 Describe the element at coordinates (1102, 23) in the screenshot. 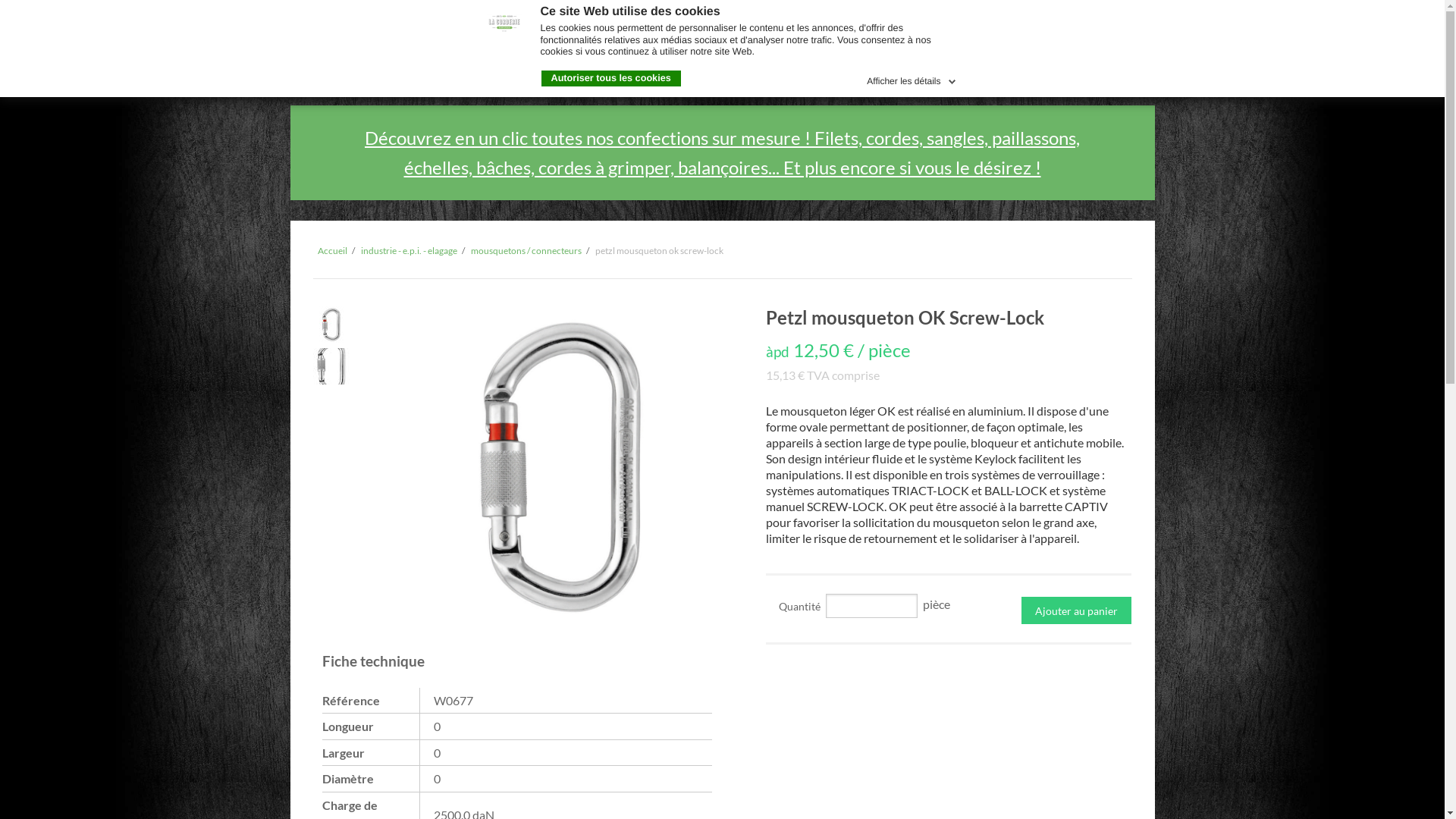

I see `'fr'` at that location.